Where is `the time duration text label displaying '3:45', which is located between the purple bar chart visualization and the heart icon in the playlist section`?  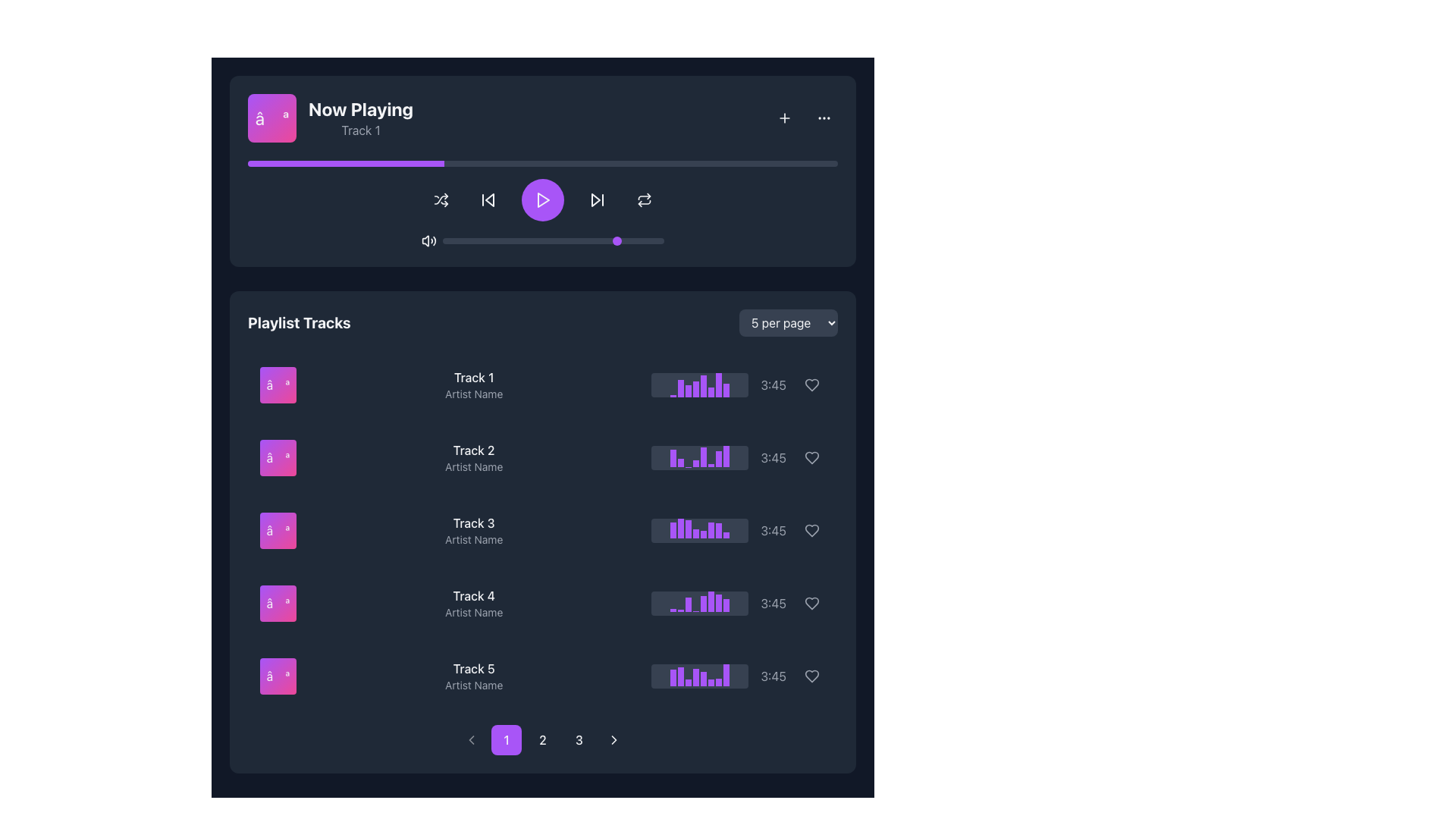 the time duration text label displaying '3:45', which is located between the purple bar chart visualization and the heart icon in the playlist section is located at coordinates (773, 384).